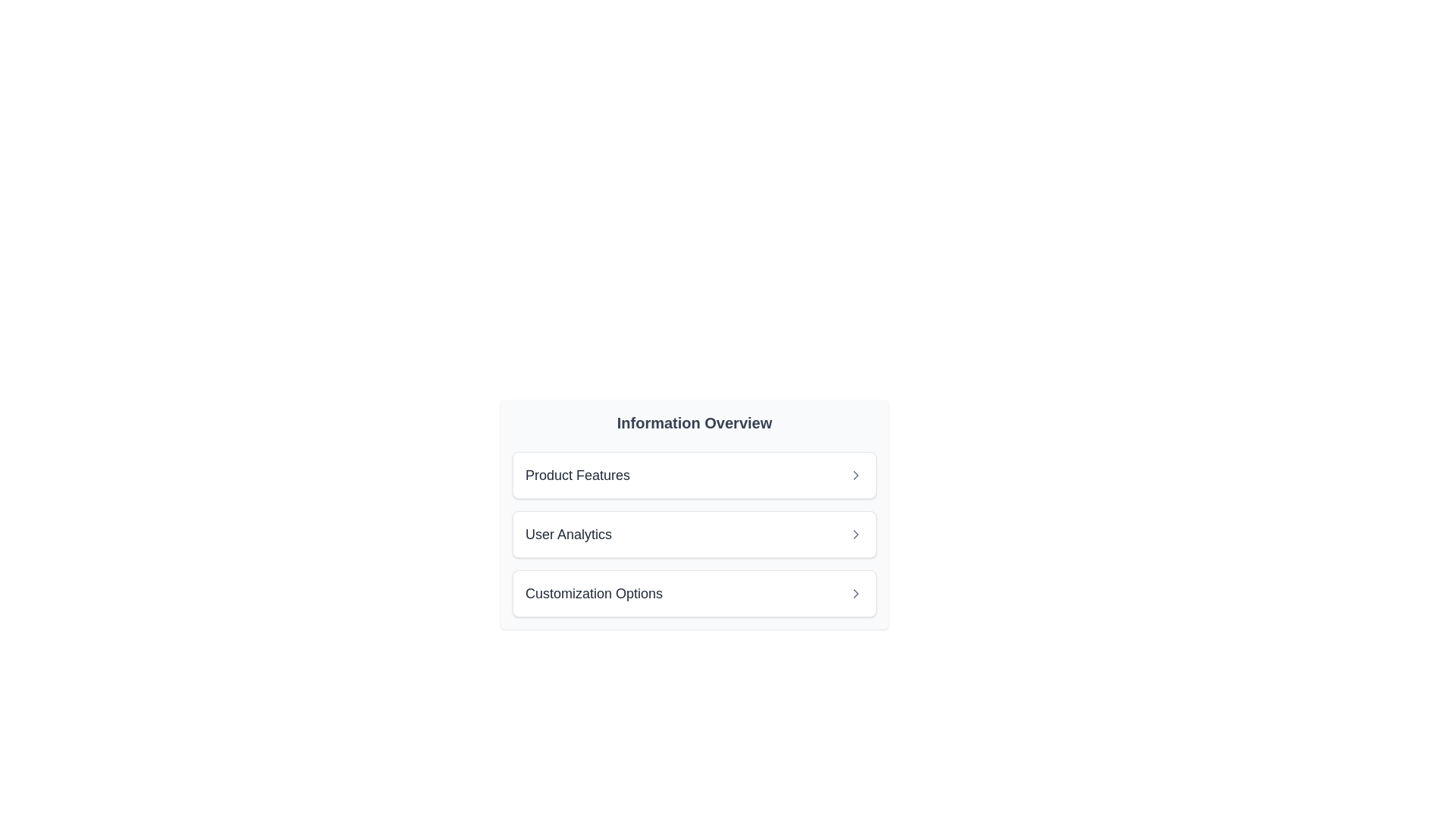 The width and height of the screenshot is (1456, 819). What do you see at coordinates (577, 475) in the screenshot?
I see `text label indicating 'Product Features', which is the first item in the 'Information Overview' list located at the top-left corner` at bounding box center [577, 475].